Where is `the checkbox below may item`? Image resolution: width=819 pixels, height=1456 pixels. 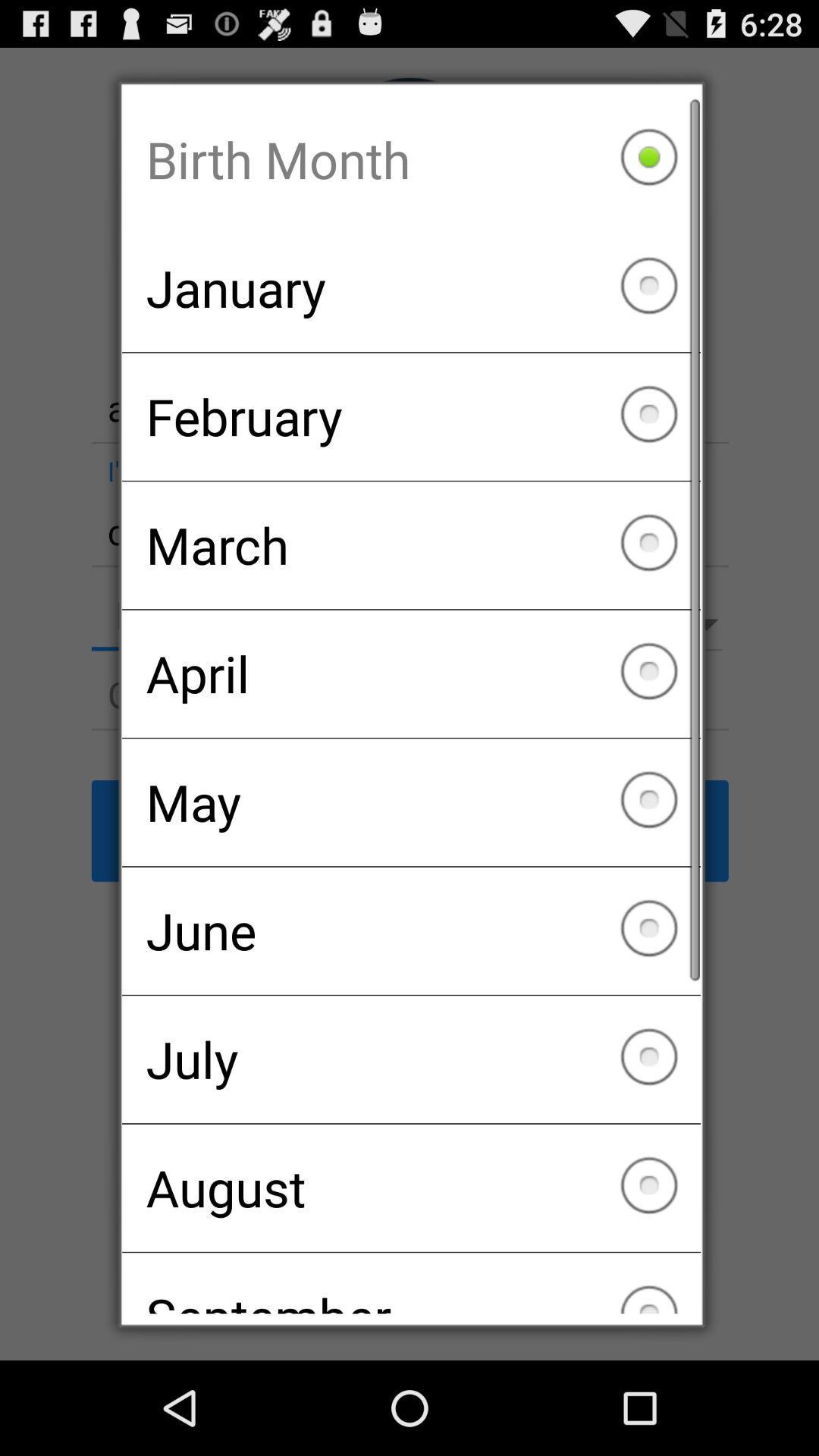
the checkbox below may item is located at coordinates (411, 930).